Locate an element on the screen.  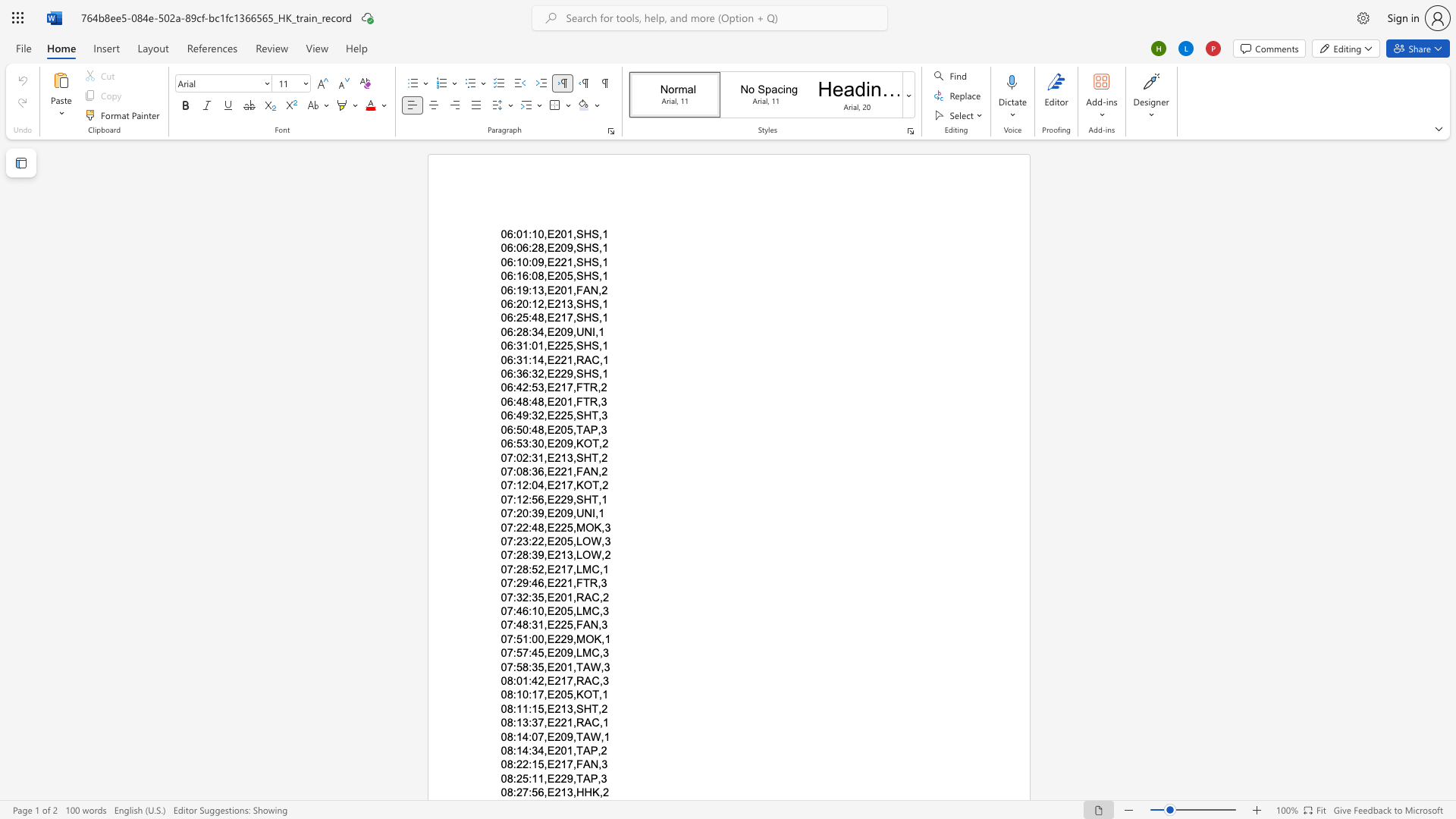
the subset text "E2" within the text "06:31:14,E221,RAC,1" is located at coordinates (546, 359).